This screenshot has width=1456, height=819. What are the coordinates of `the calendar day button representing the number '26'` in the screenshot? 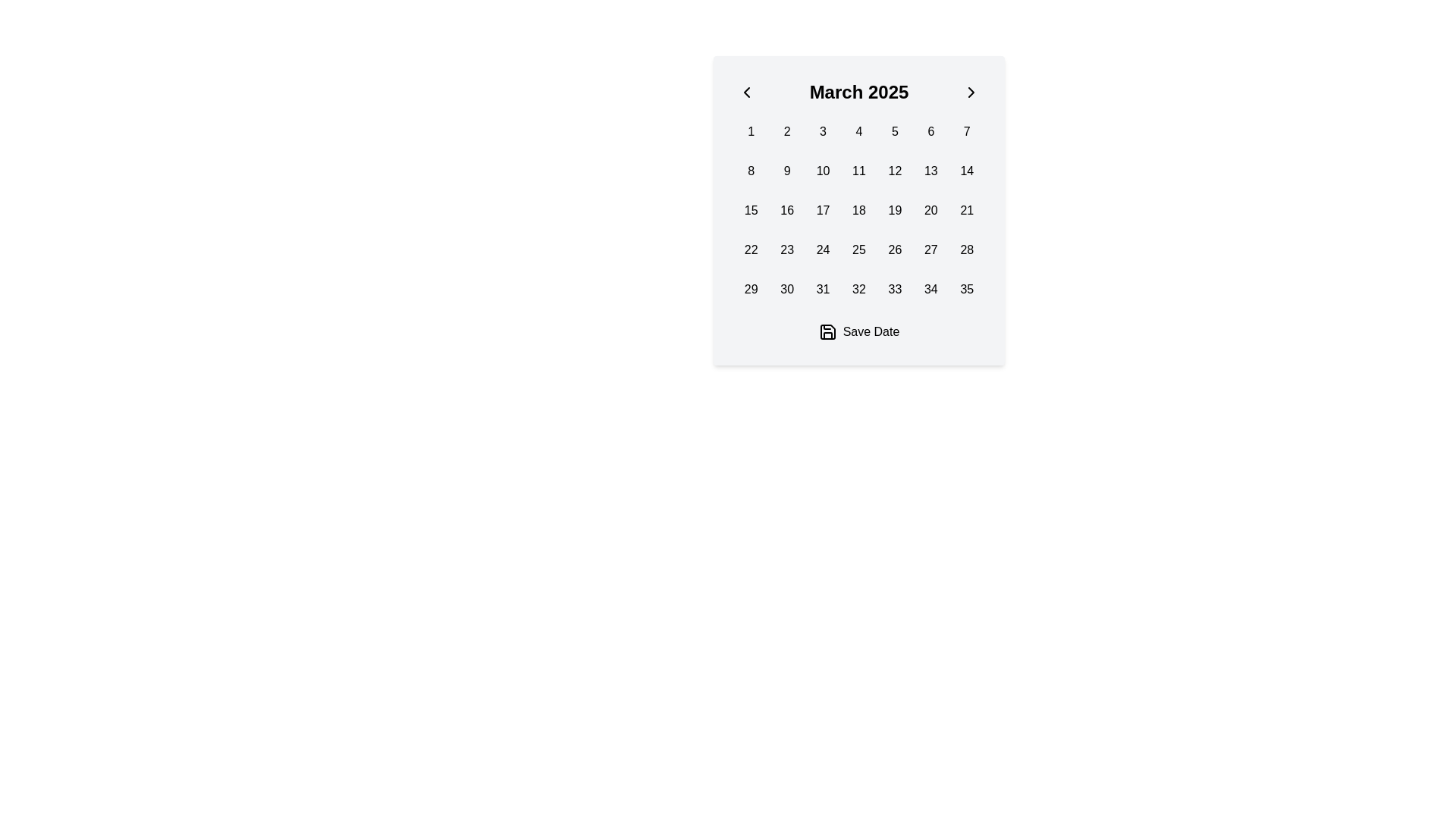 It's located at (895, 249).